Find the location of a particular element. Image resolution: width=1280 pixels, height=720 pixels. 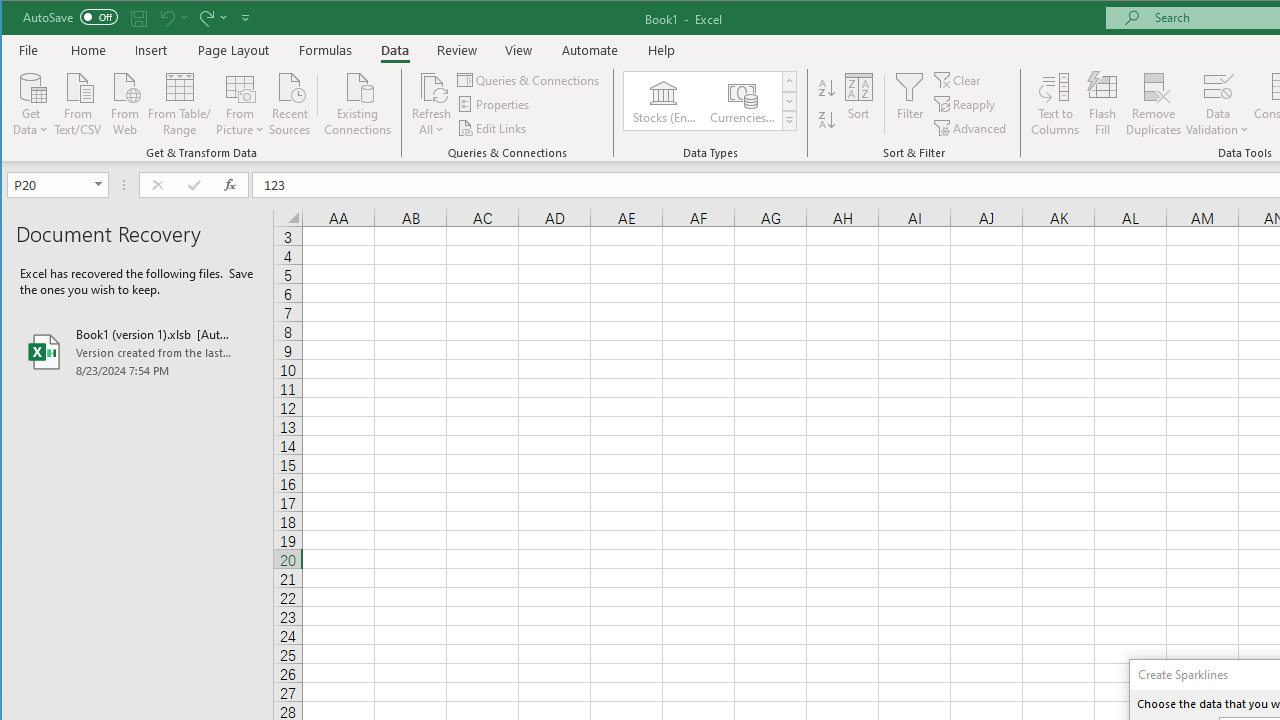

'Remove Duplicates' is located at coordinates (1153, 104).